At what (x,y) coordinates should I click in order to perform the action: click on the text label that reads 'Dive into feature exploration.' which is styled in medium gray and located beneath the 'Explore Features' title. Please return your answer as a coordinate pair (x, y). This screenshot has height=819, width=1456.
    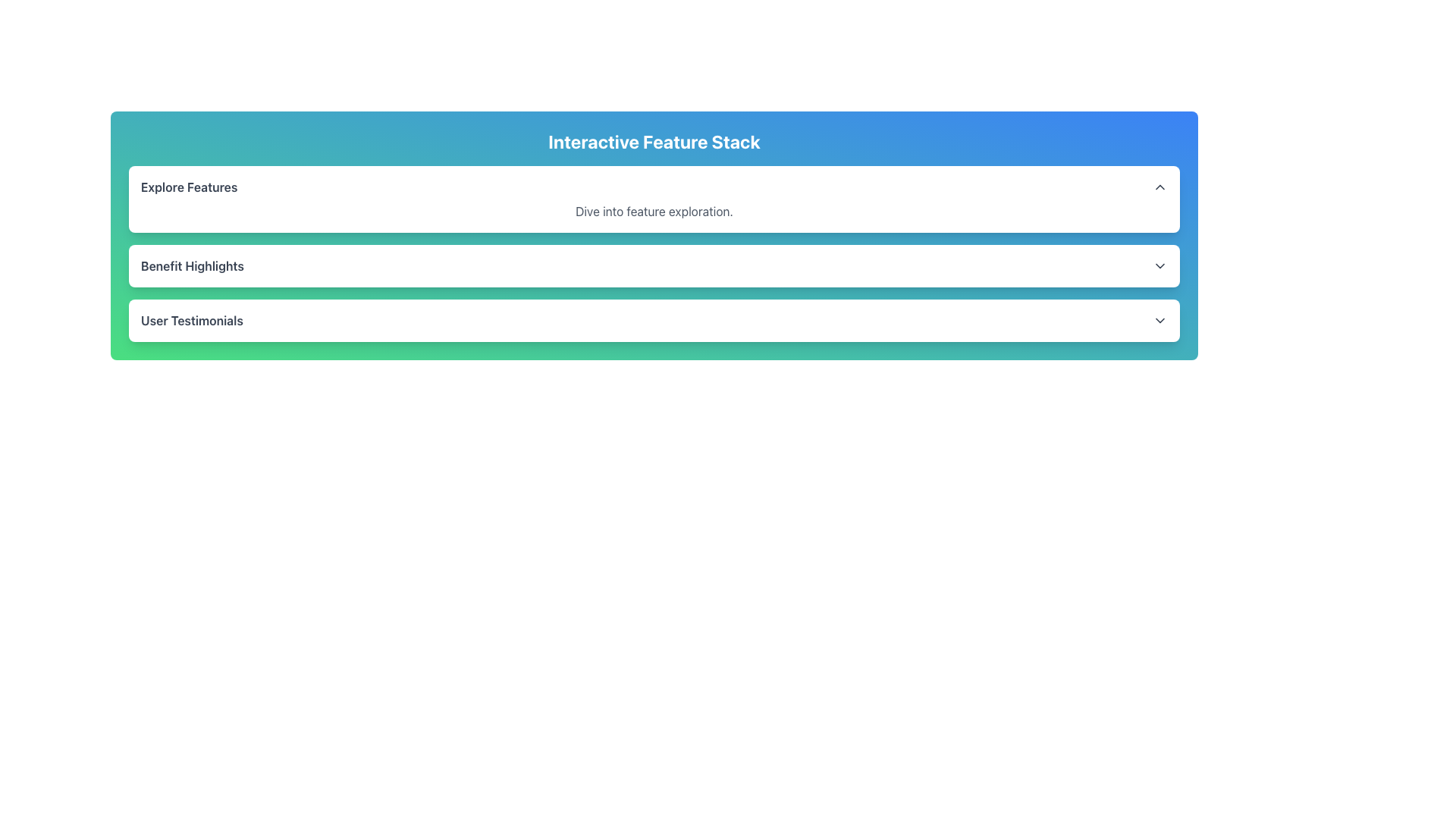
    Looking at the image, I should click on (654, 211).